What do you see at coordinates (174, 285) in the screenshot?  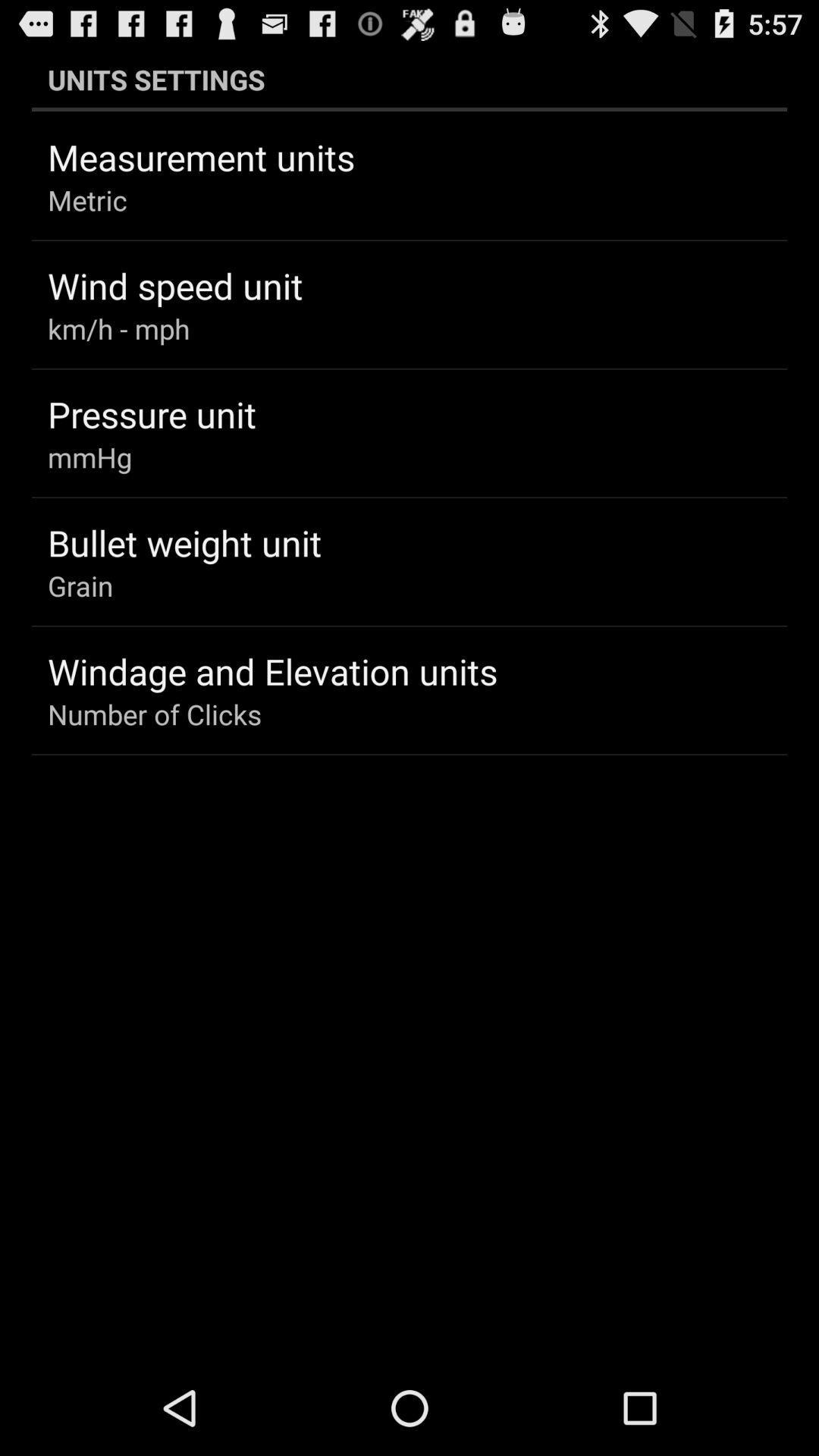 I see `the app above km/h - mph` at bounding box center [174, 285].